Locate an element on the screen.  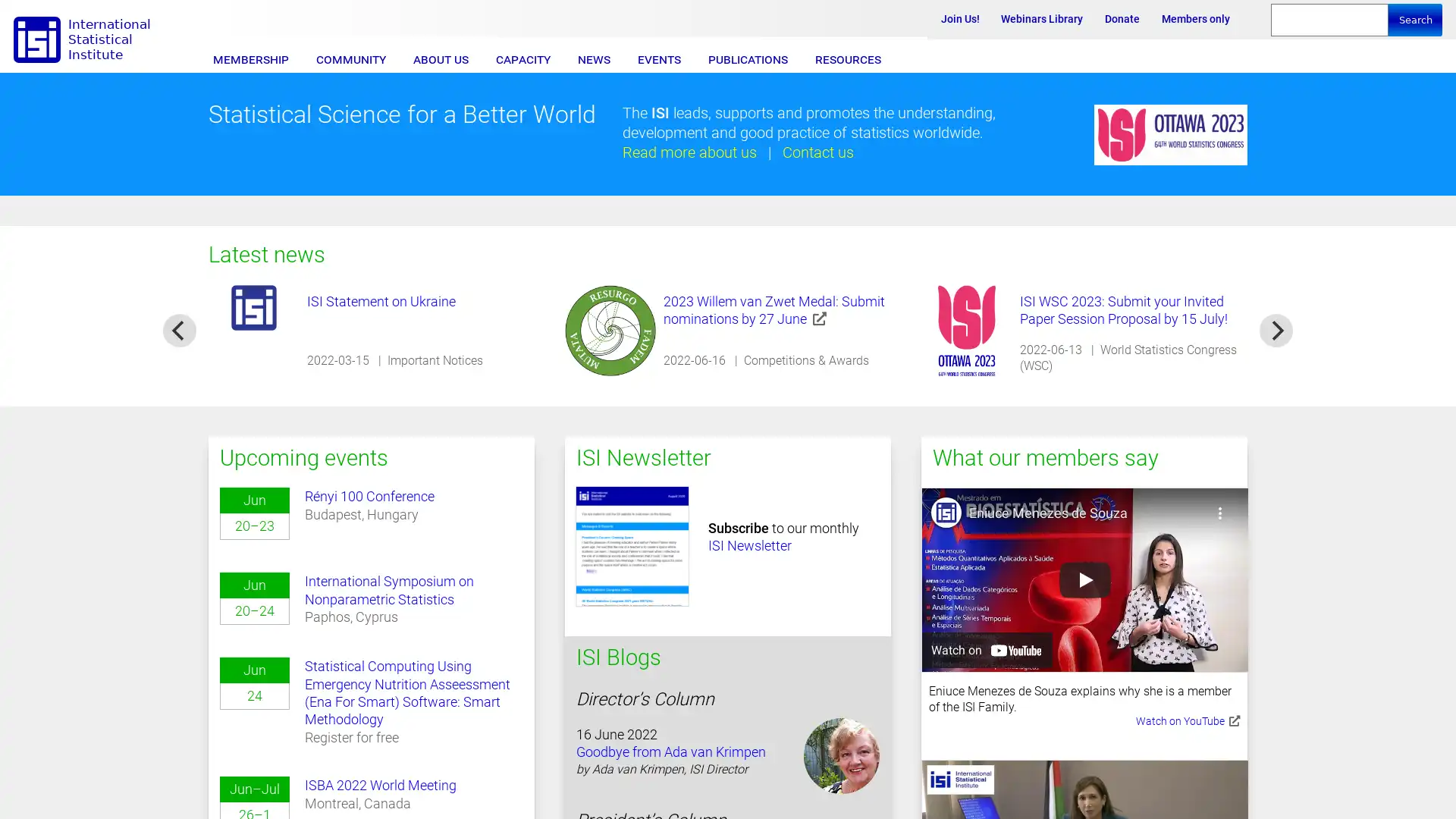
next is located at coordinates (1276, 329).